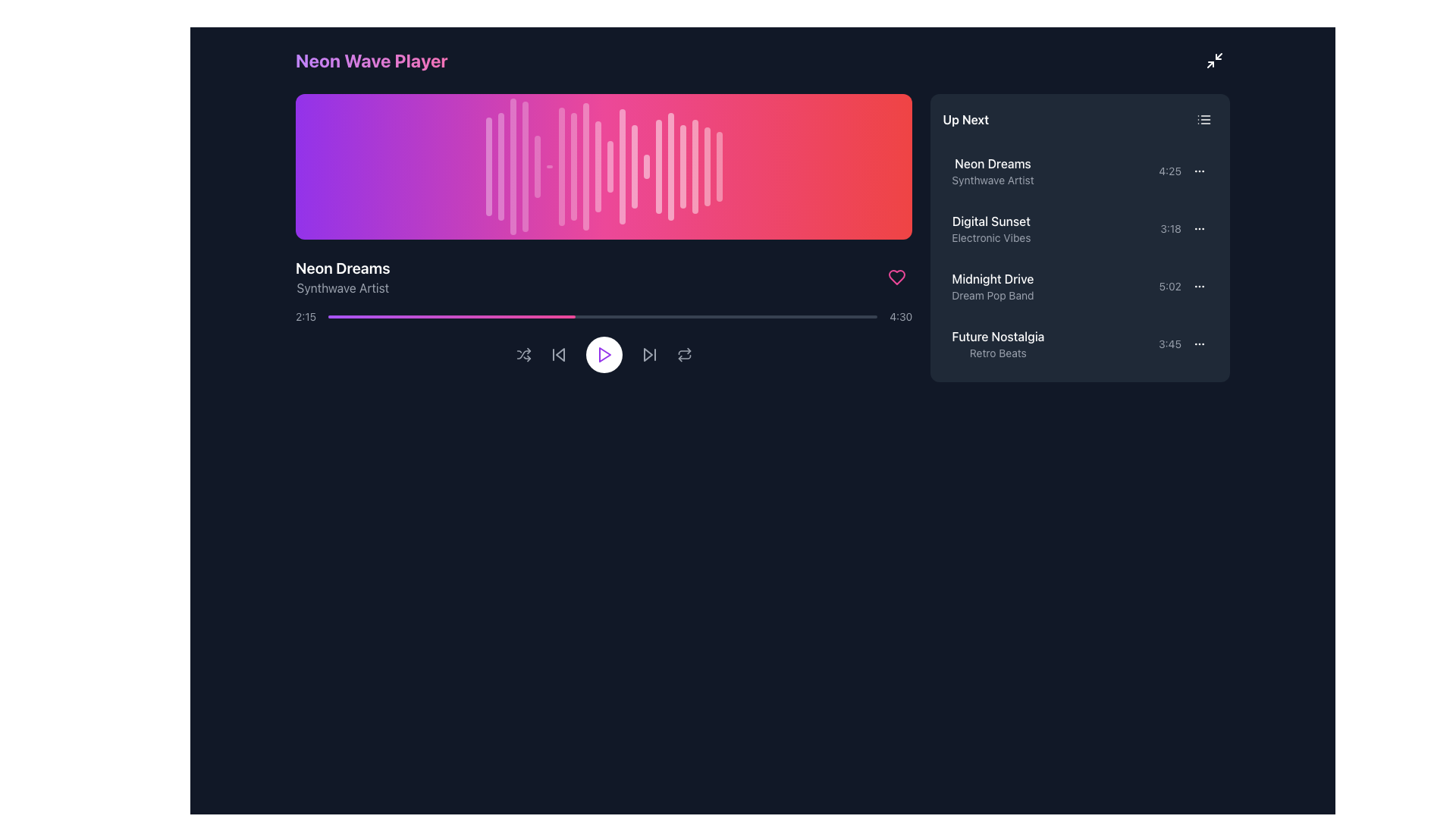 The width and height of the screenshot is (1456, 819). What do you see at coordinates (1079, 171) in the screenshot?
I see `the first list item representing a song in the 'Up Next' section` at bounding box center [1079, 171].